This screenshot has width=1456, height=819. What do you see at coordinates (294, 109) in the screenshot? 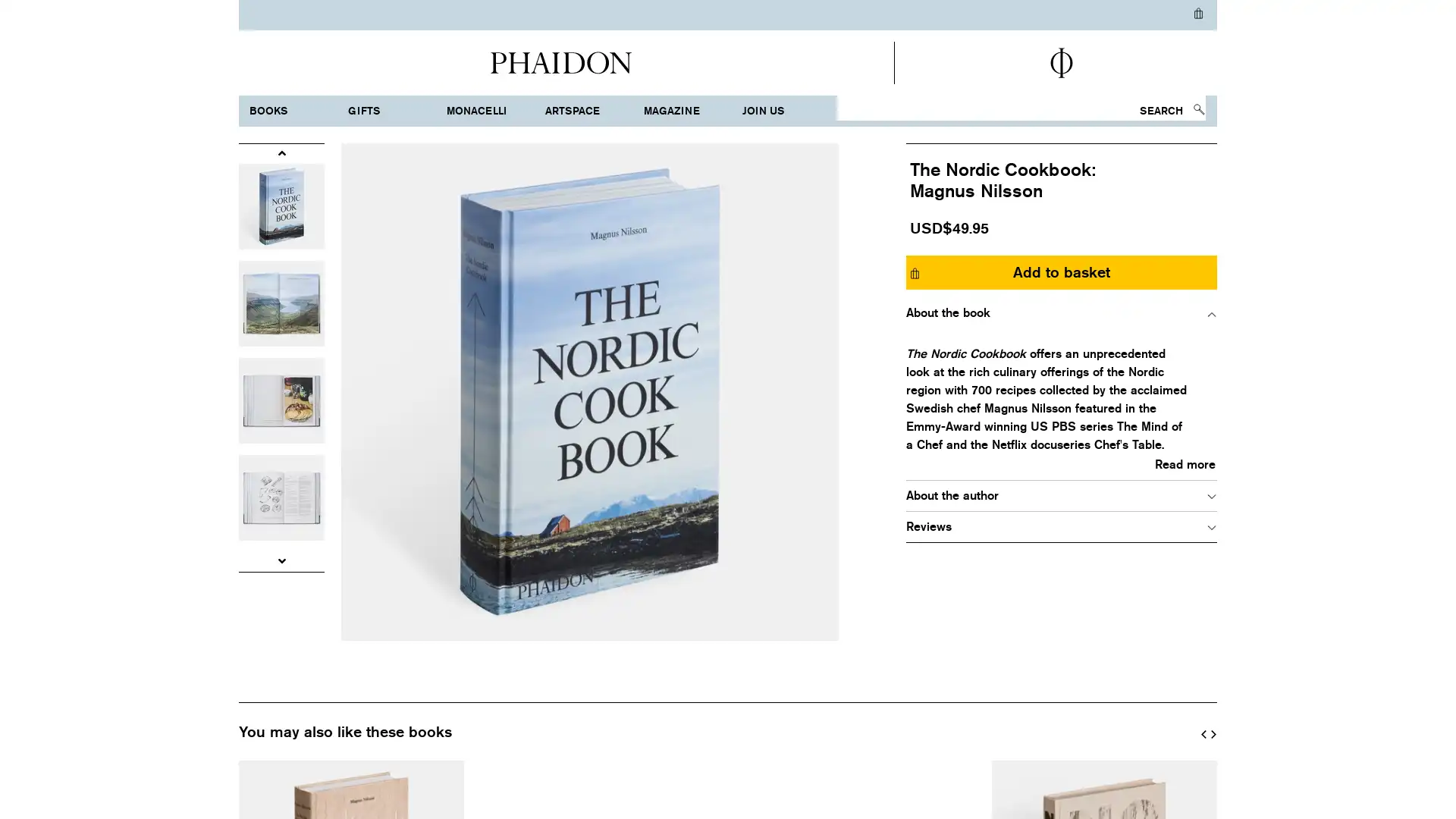
I see `BOOKS` at bounding box center [294, 109].